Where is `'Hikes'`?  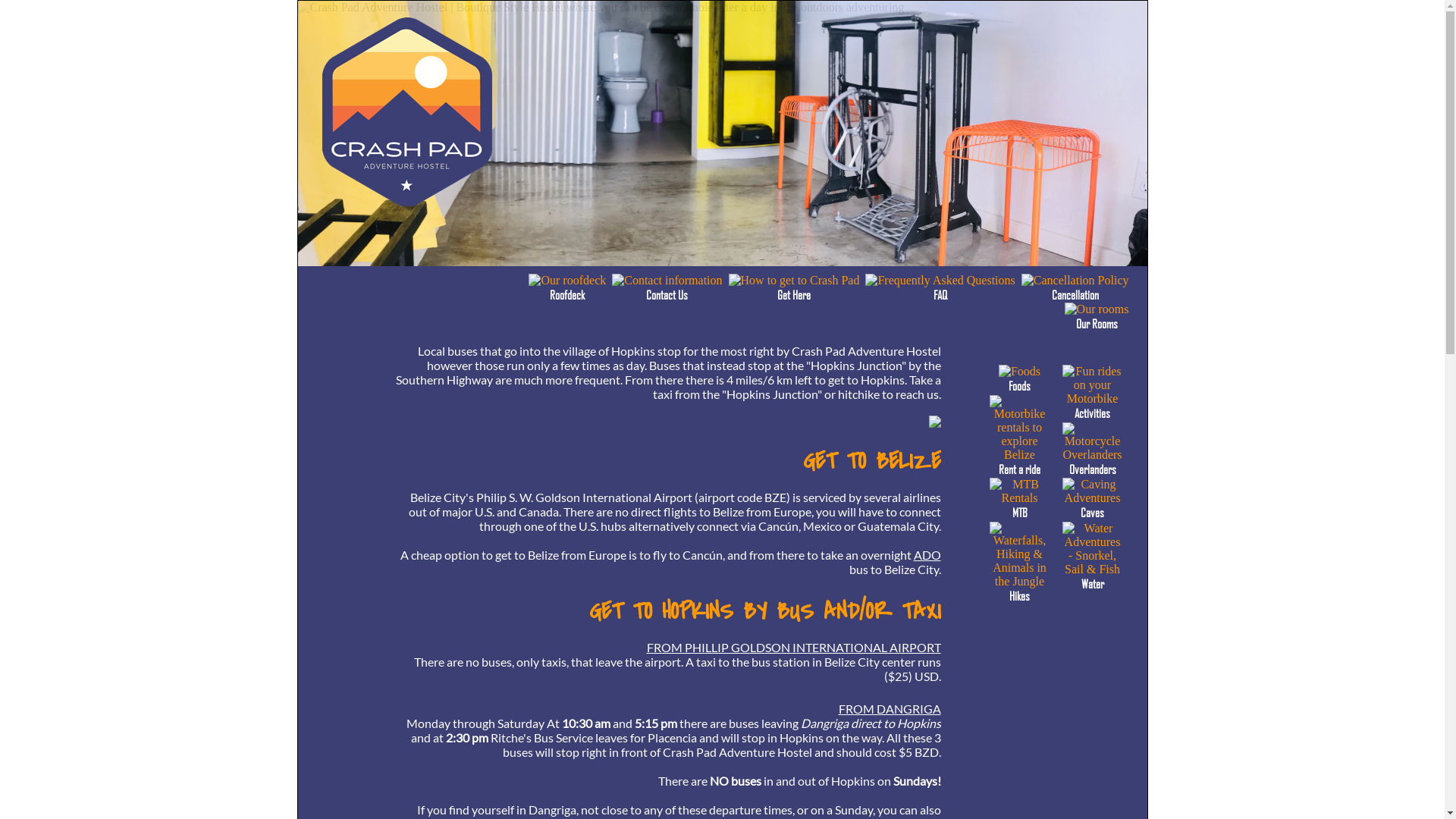 'Hikes' is located at coordinates (1019, 588).